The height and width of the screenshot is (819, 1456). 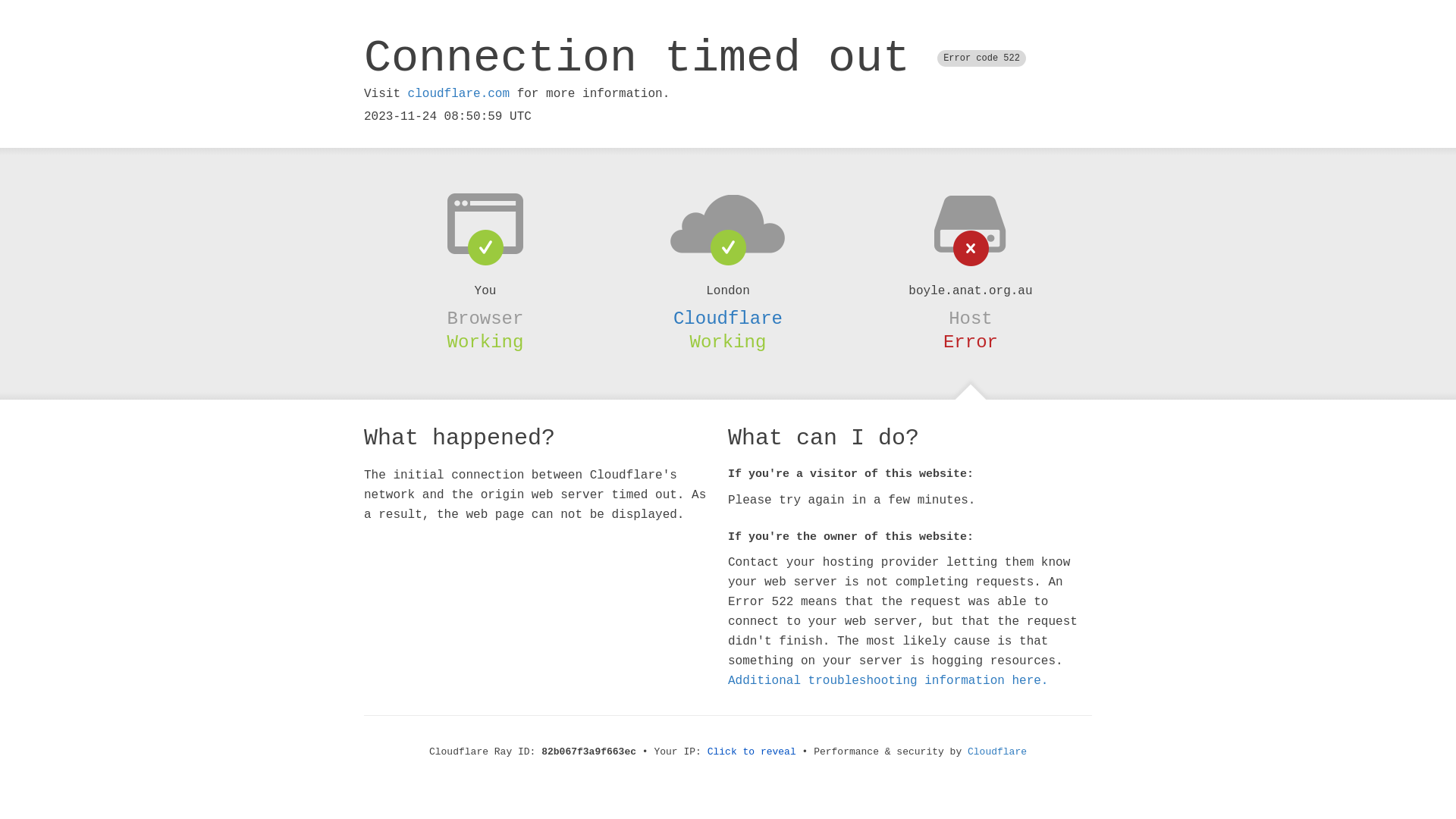 What do you see at coordinates (728, 318) in the screenshot?
I see `'Cloudflare'` at bounding box center [728, 318].